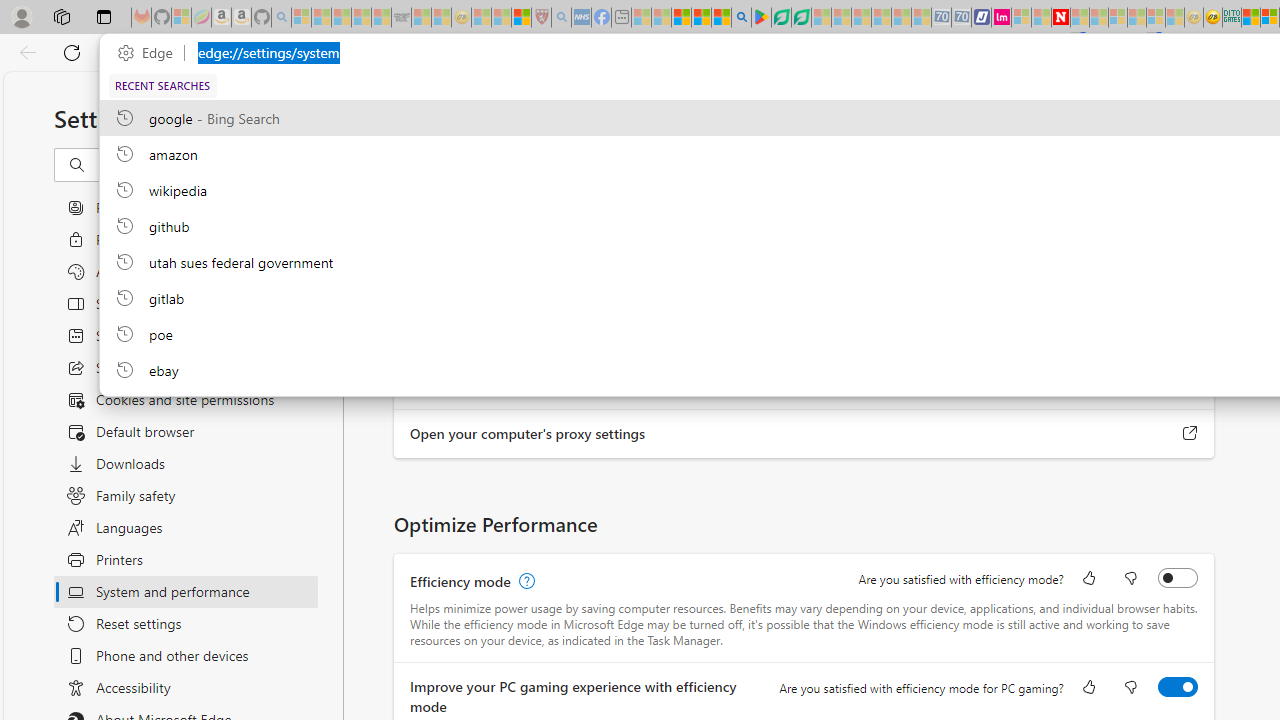  I want to click on 'Microsoft Word - consumer-privacy address update 2.2021', so click(801, 17).